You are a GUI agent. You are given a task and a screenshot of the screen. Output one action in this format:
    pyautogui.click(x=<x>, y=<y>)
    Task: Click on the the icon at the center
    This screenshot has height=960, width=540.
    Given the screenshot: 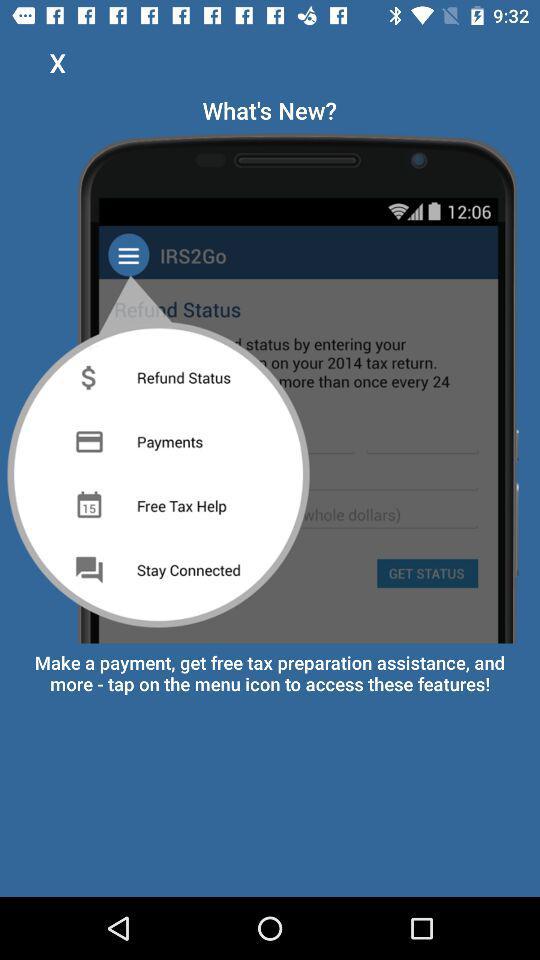 What is the action you would take?
    pyautogui.click(x=270, y=383)
    